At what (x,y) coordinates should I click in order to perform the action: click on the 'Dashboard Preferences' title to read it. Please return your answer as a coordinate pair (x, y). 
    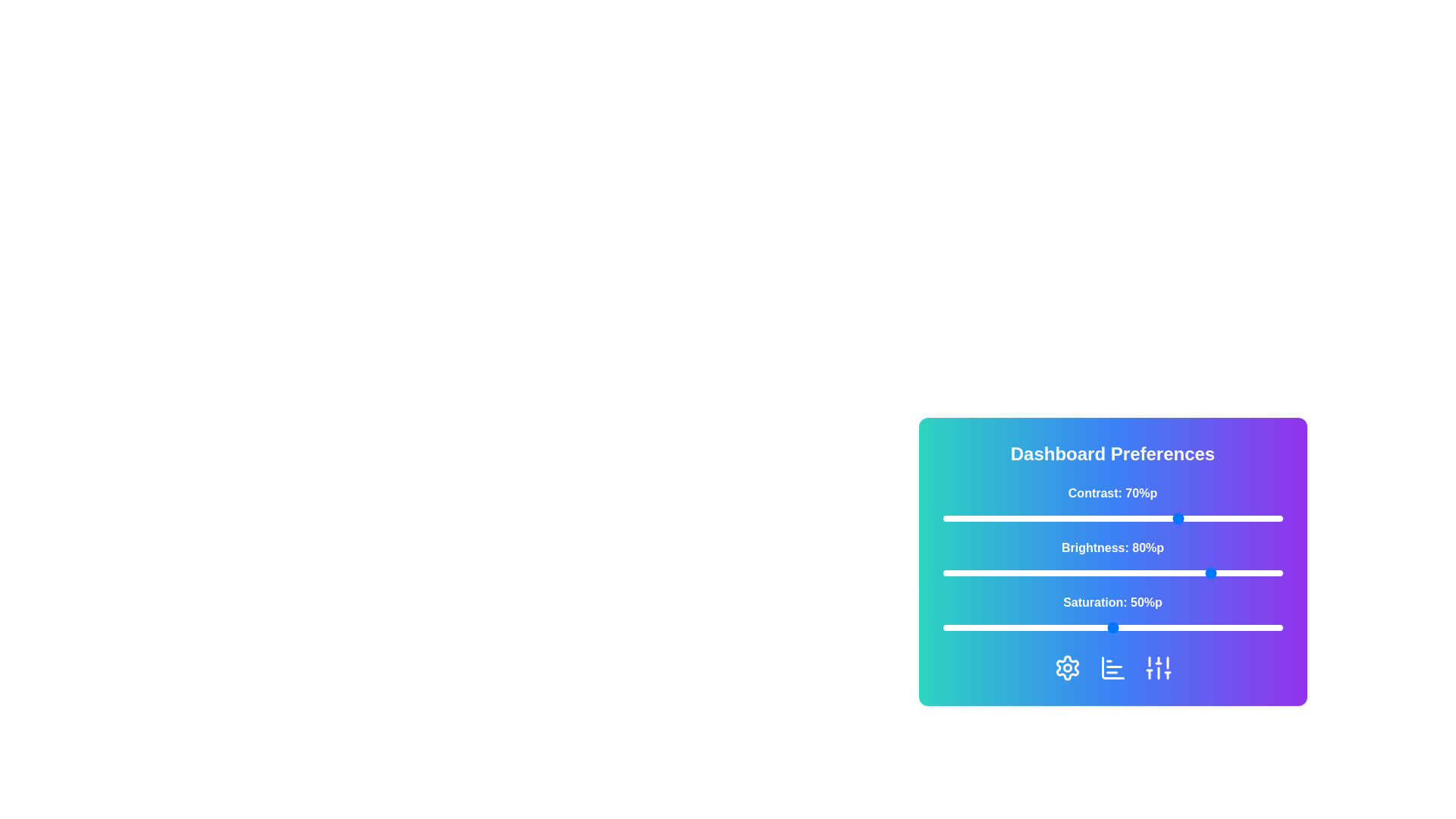
    Looking at the image, I should click on (1112, 453).